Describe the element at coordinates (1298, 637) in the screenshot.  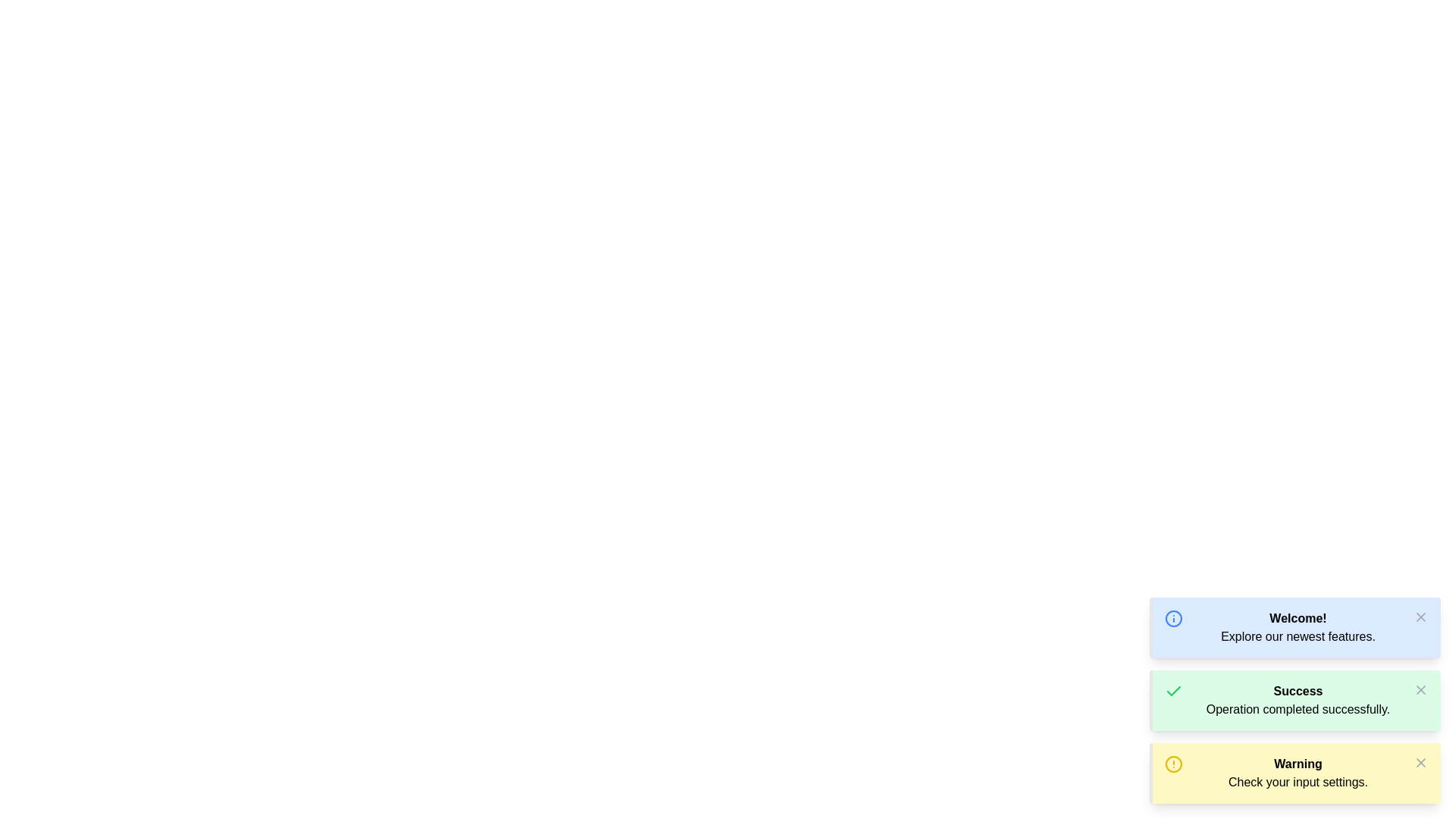
I see `the static text that informs users about new features, positioned below 'Welcome!' and centered horizontally within the top-right corner of the interface` at that location.